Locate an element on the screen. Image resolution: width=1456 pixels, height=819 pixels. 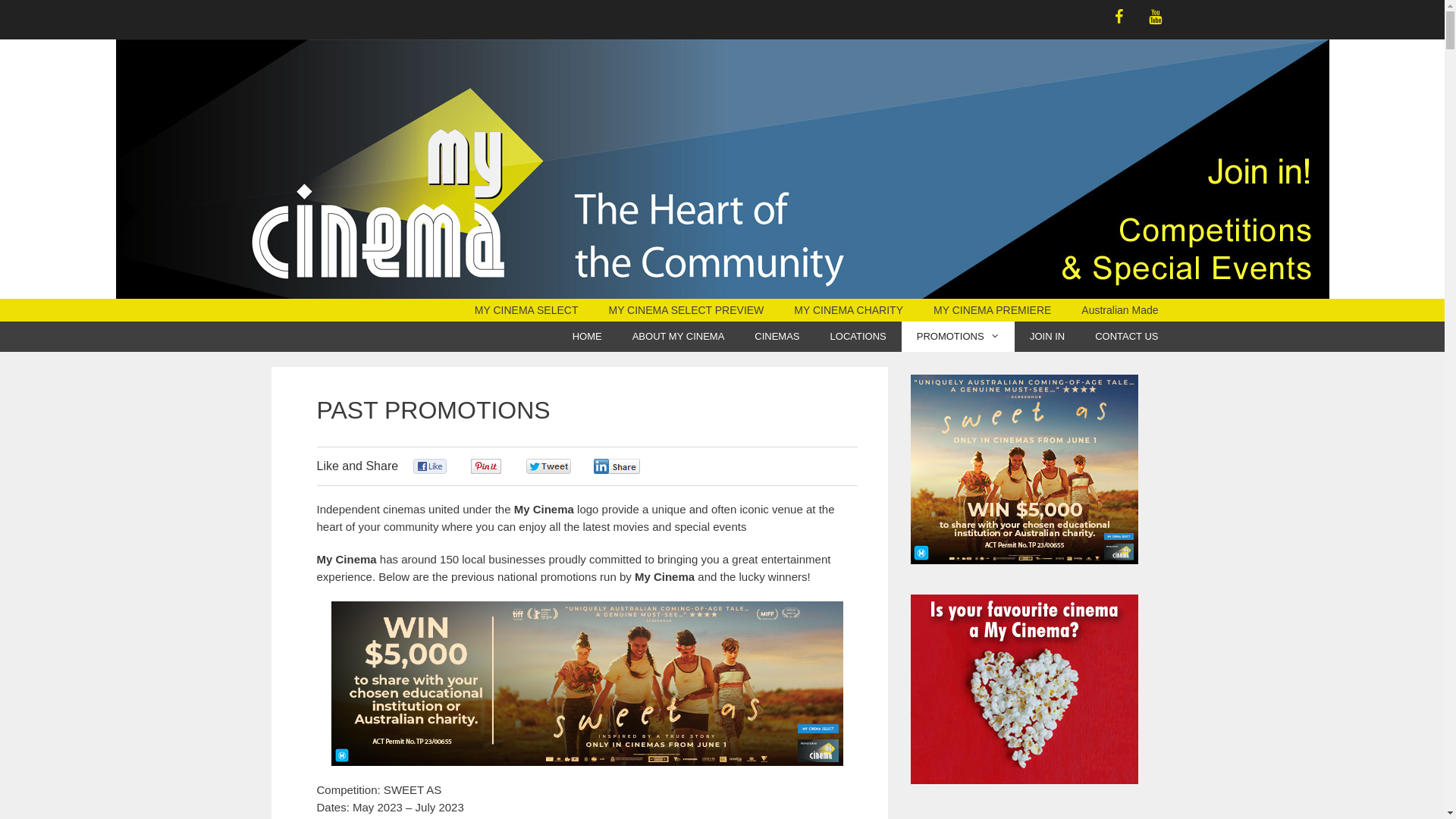
'ABOUT MY CINEMA' is located at coordinates (677, 335).